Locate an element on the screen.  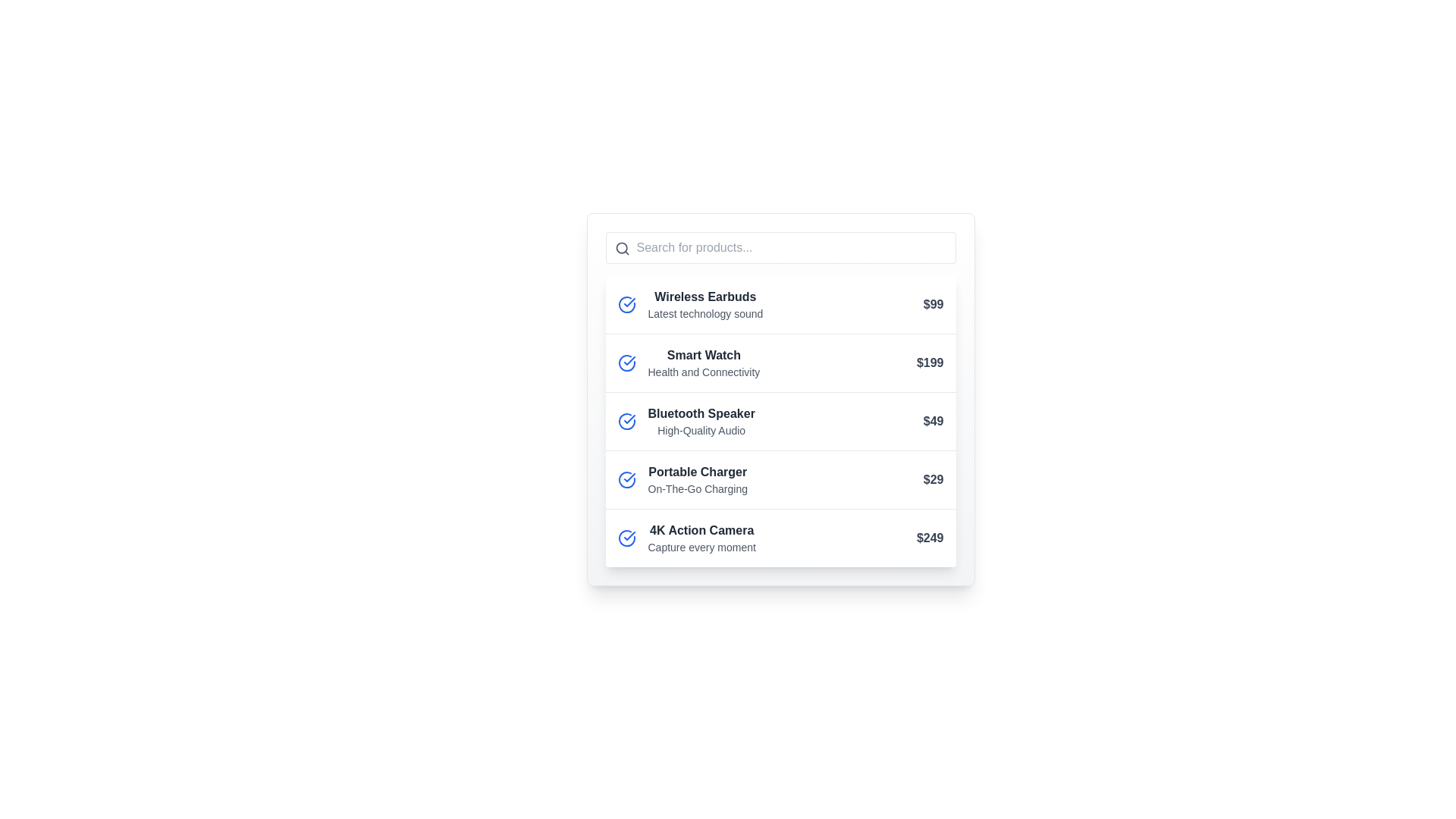
the text label that provides additional context for the 'Bluetooth Speaker' item, located directly below the main label in the vertically aligned menu is located at coordinates (701, 430).